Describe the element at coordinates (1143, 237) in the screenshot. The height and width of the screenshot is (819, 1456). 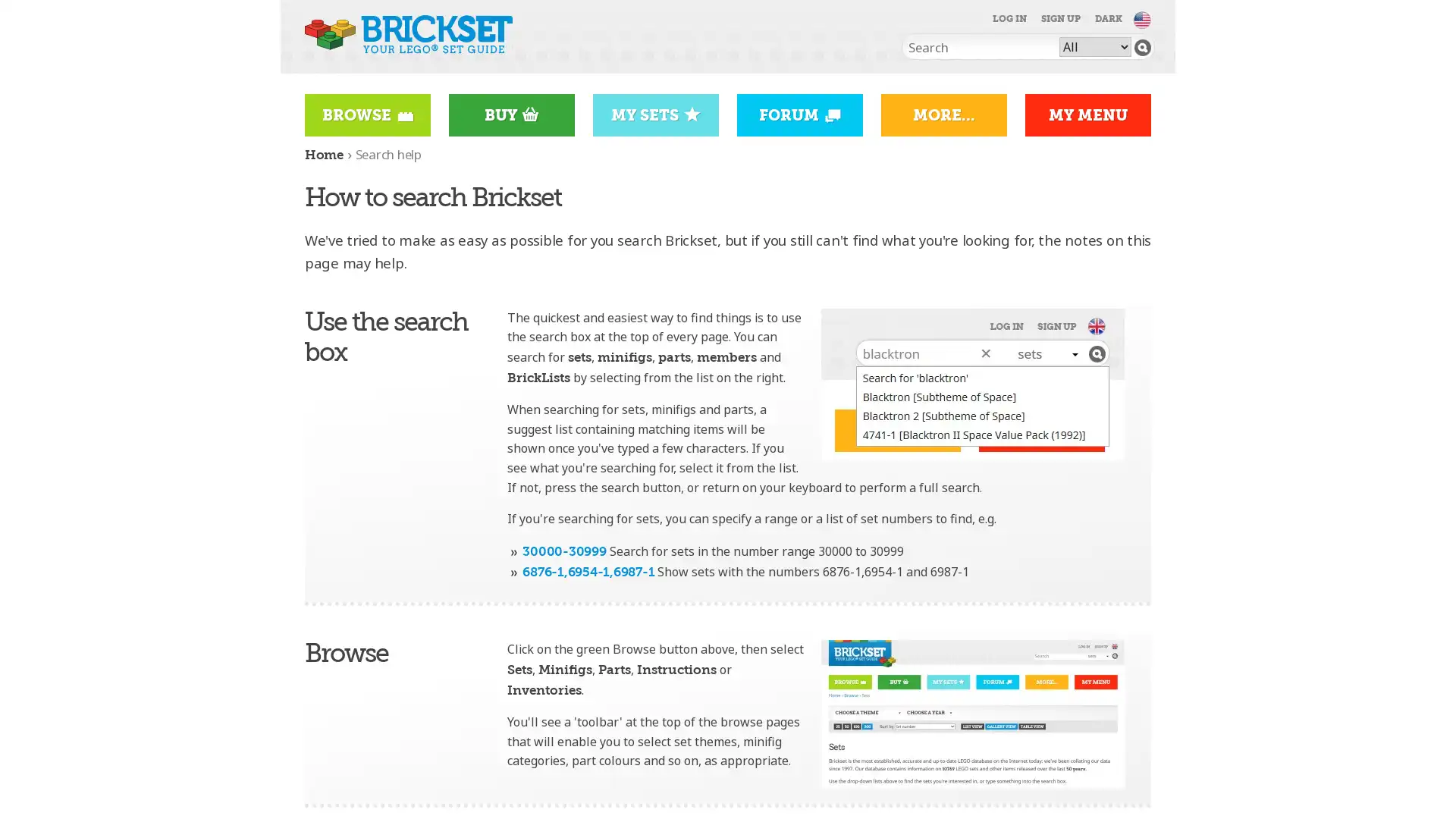
I see `Go` at that location.